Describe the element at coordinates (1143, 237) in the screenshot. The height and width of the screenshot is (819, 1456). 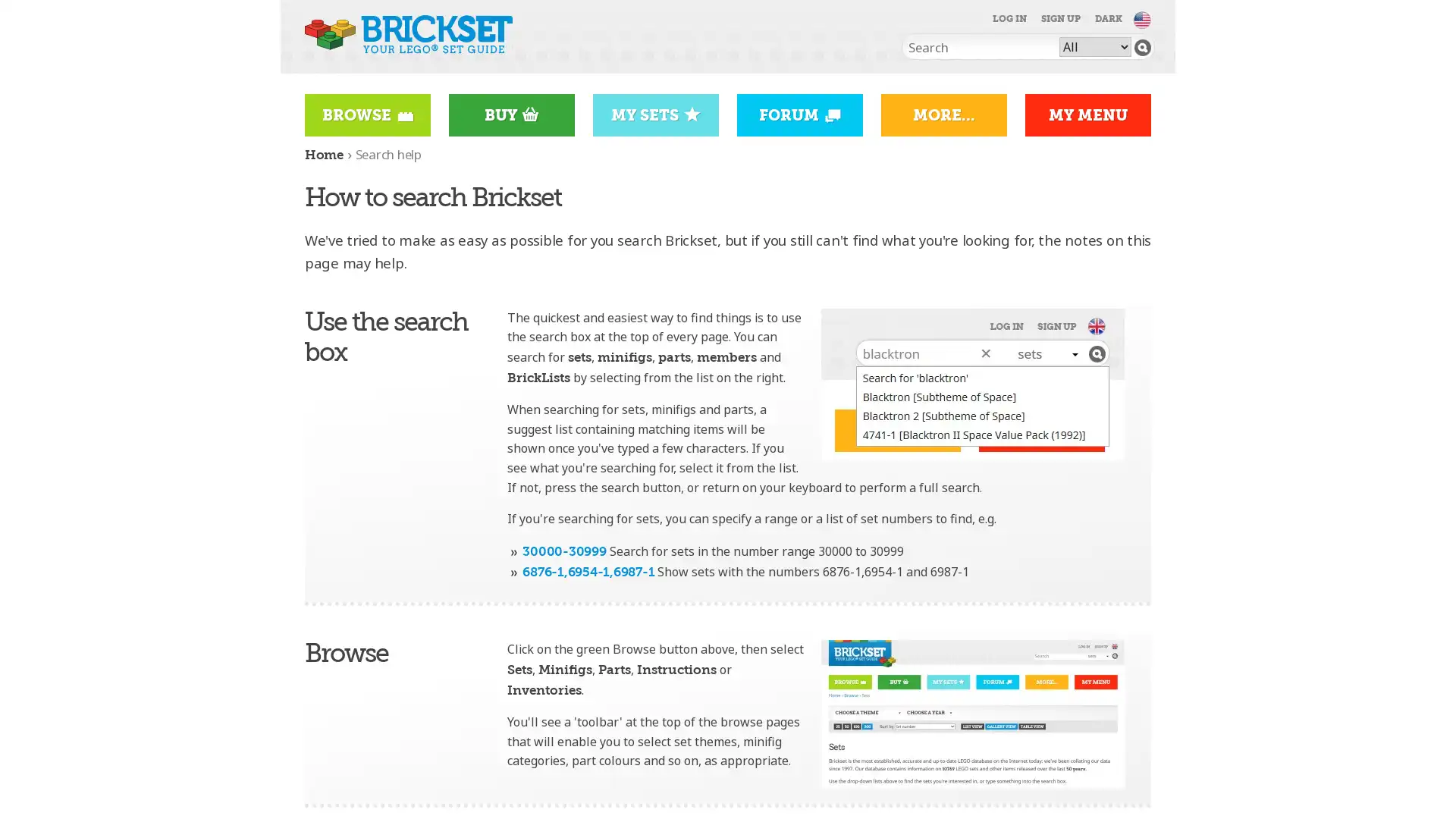
I see `Go` at that location.